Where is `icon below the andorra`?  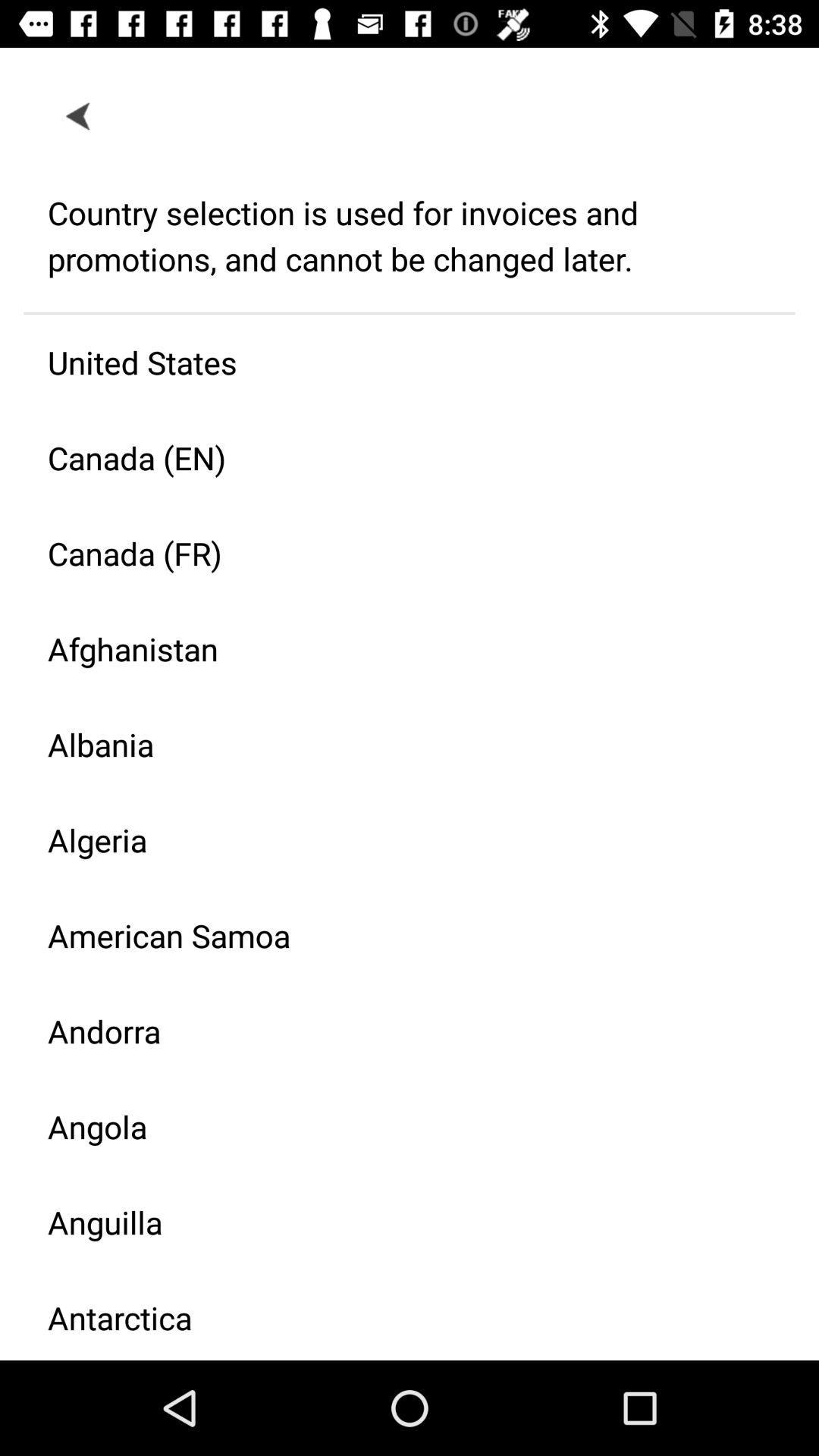 icon below the andorra is located at coordinates (397, 1126).